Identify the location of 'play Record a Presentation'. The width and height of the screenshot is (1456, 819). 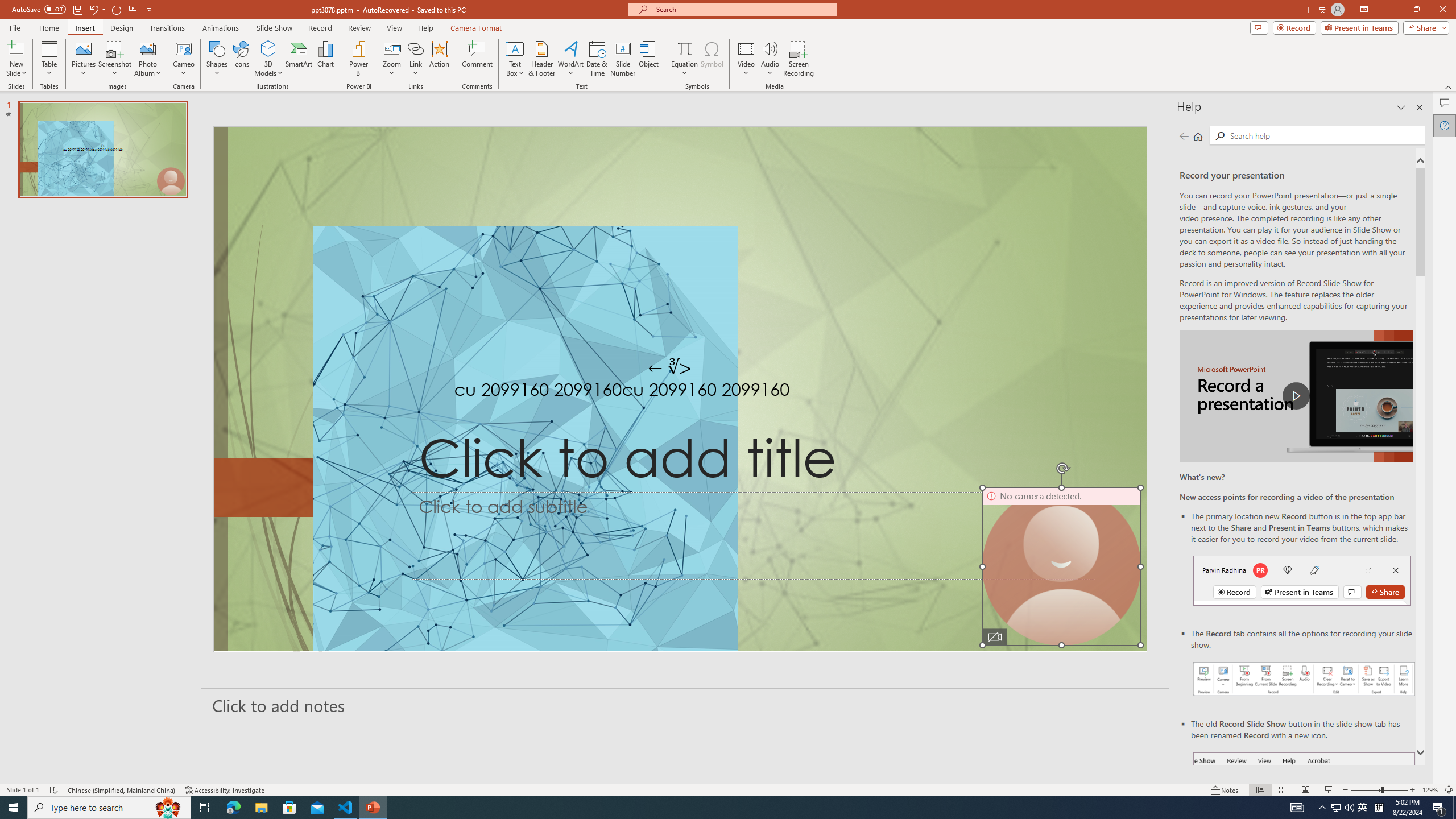
(1296, 396).